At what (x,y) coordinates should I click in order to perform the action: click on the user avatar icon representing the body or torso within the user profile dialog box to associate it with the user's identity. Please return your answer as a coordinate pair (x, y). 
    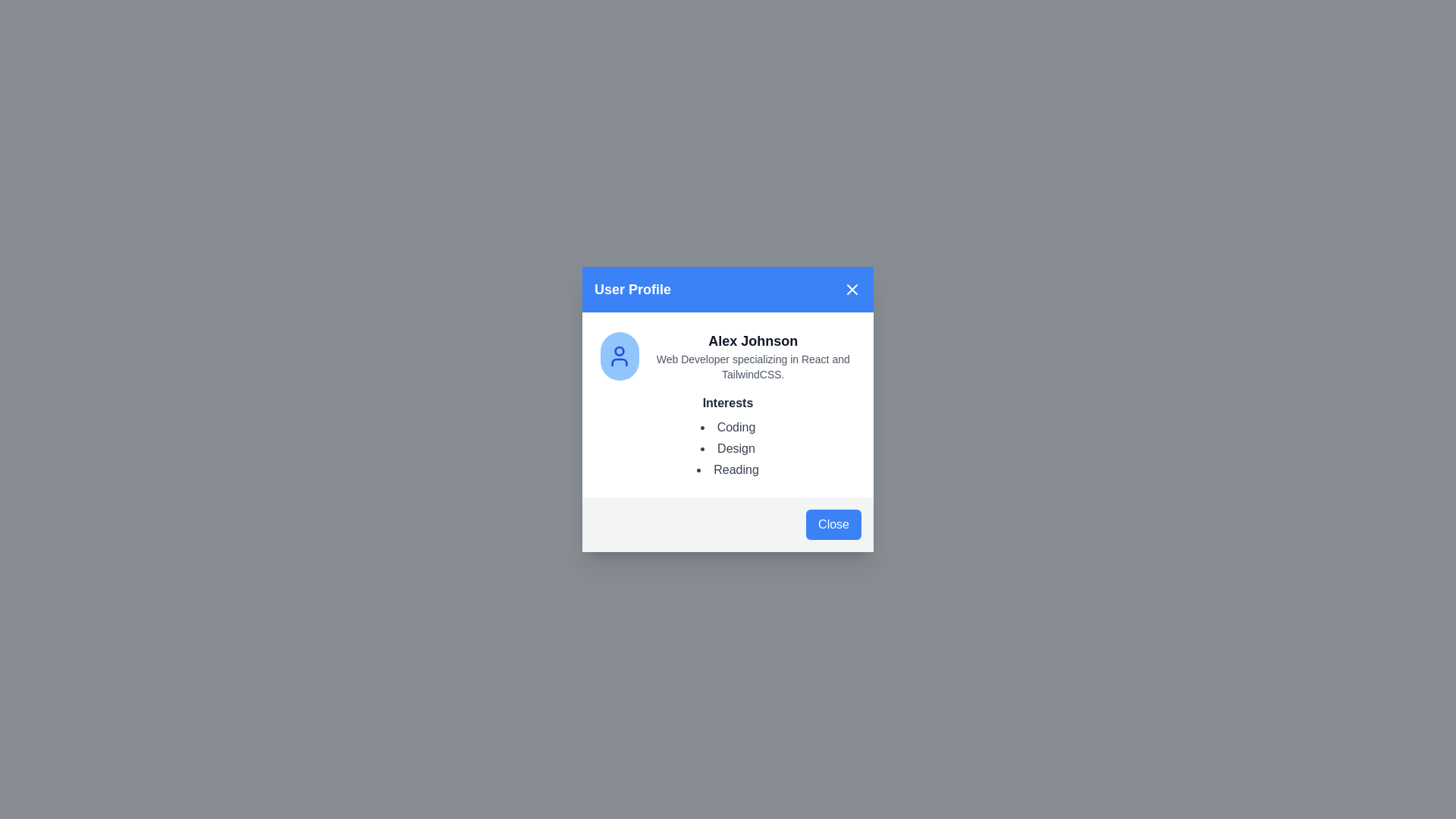
    Looking at the image, I should click on (620, 362).